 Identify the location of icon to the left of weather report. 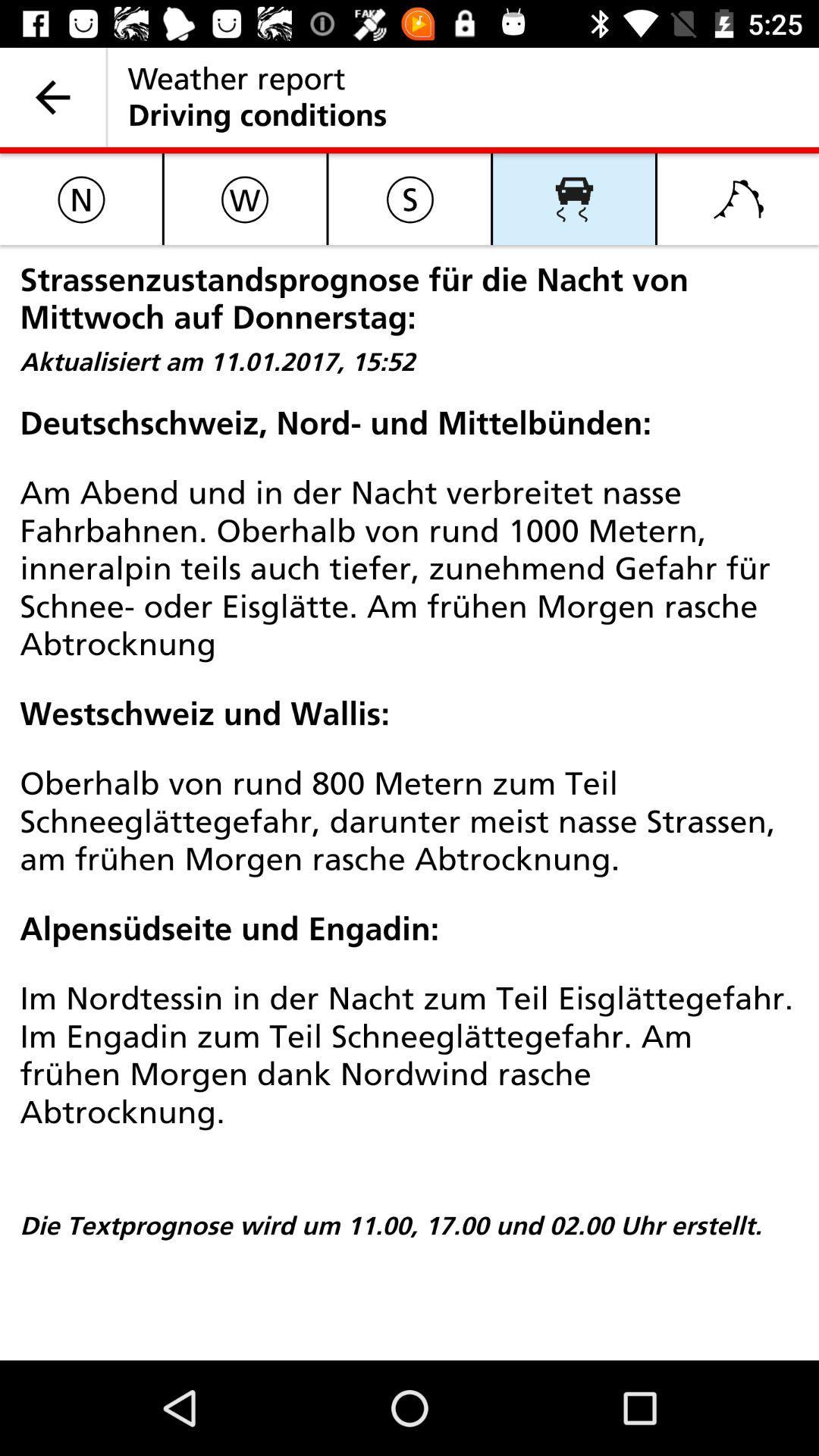
(52, 96).